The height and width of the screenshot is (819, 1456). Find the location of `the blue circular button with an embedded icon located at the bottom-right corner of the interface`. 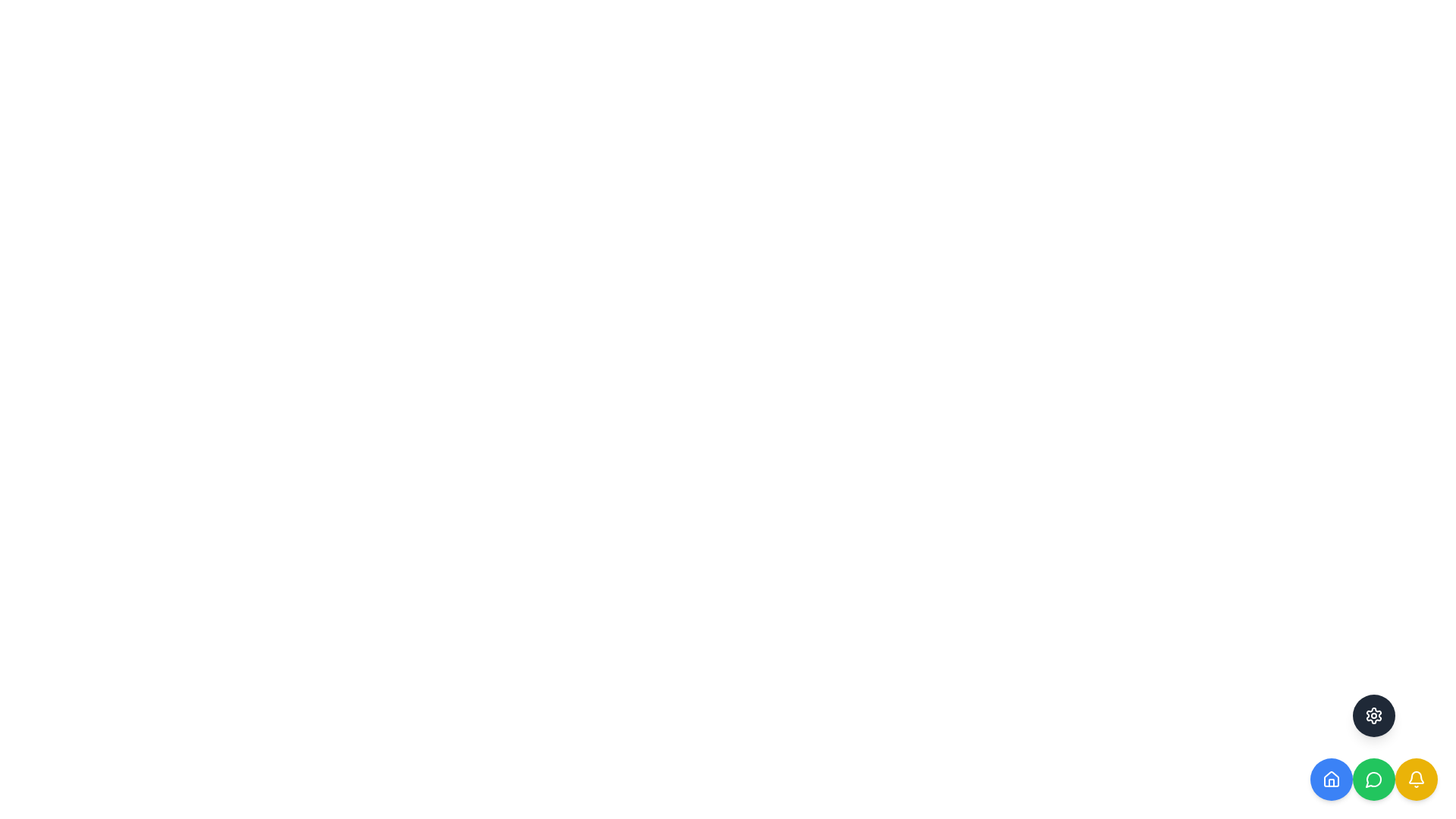

the blue circular button with an embedded icon located at the bottom-right corner of the interface is located at coordinates (1331, 780).